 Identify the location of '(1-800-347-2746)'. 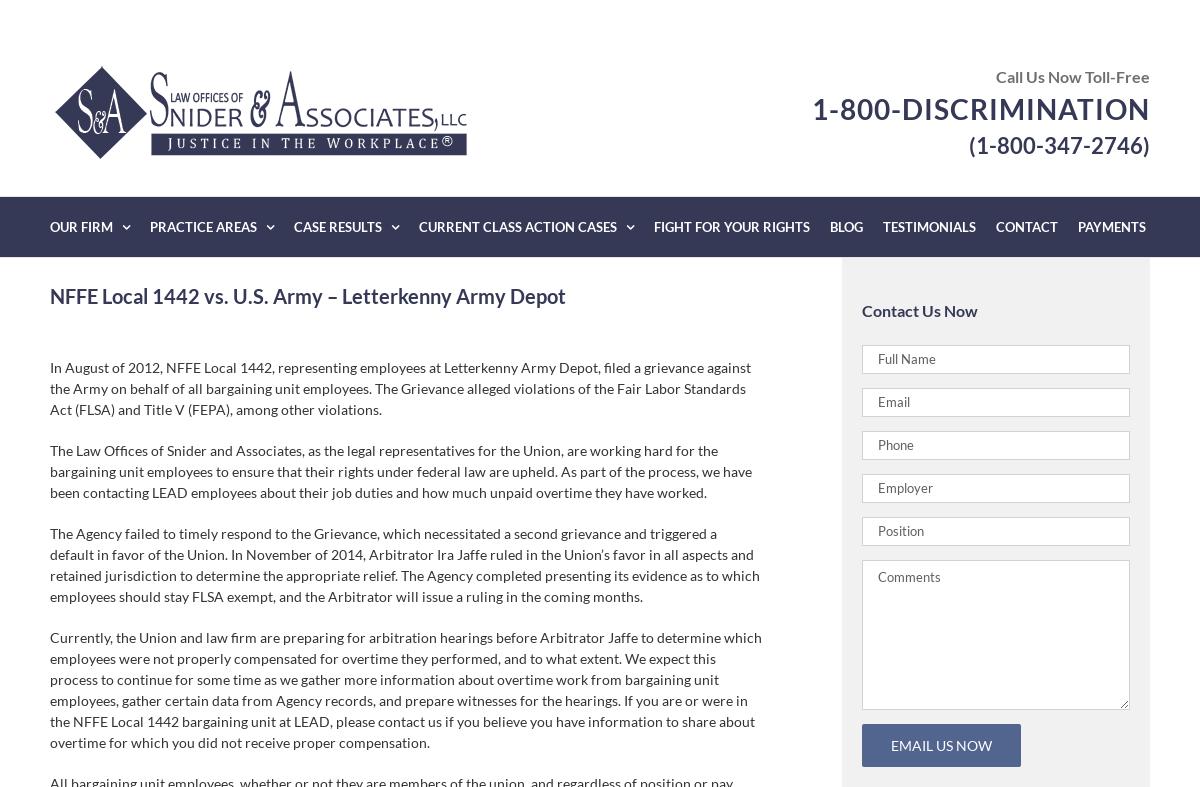
(1058, 145).